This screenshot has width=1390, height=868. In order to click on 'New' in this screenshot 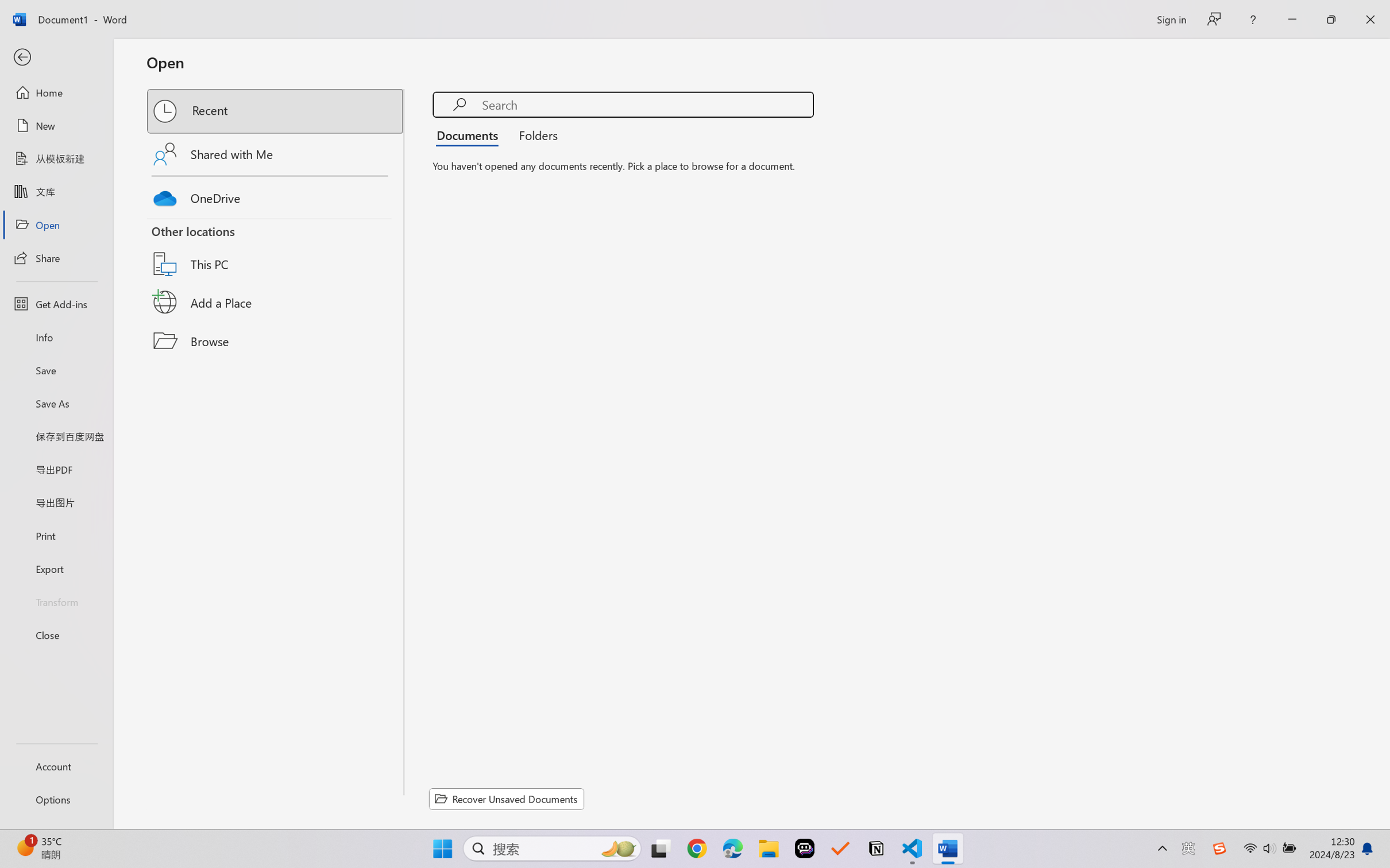, I will do `click(56, 125)`.